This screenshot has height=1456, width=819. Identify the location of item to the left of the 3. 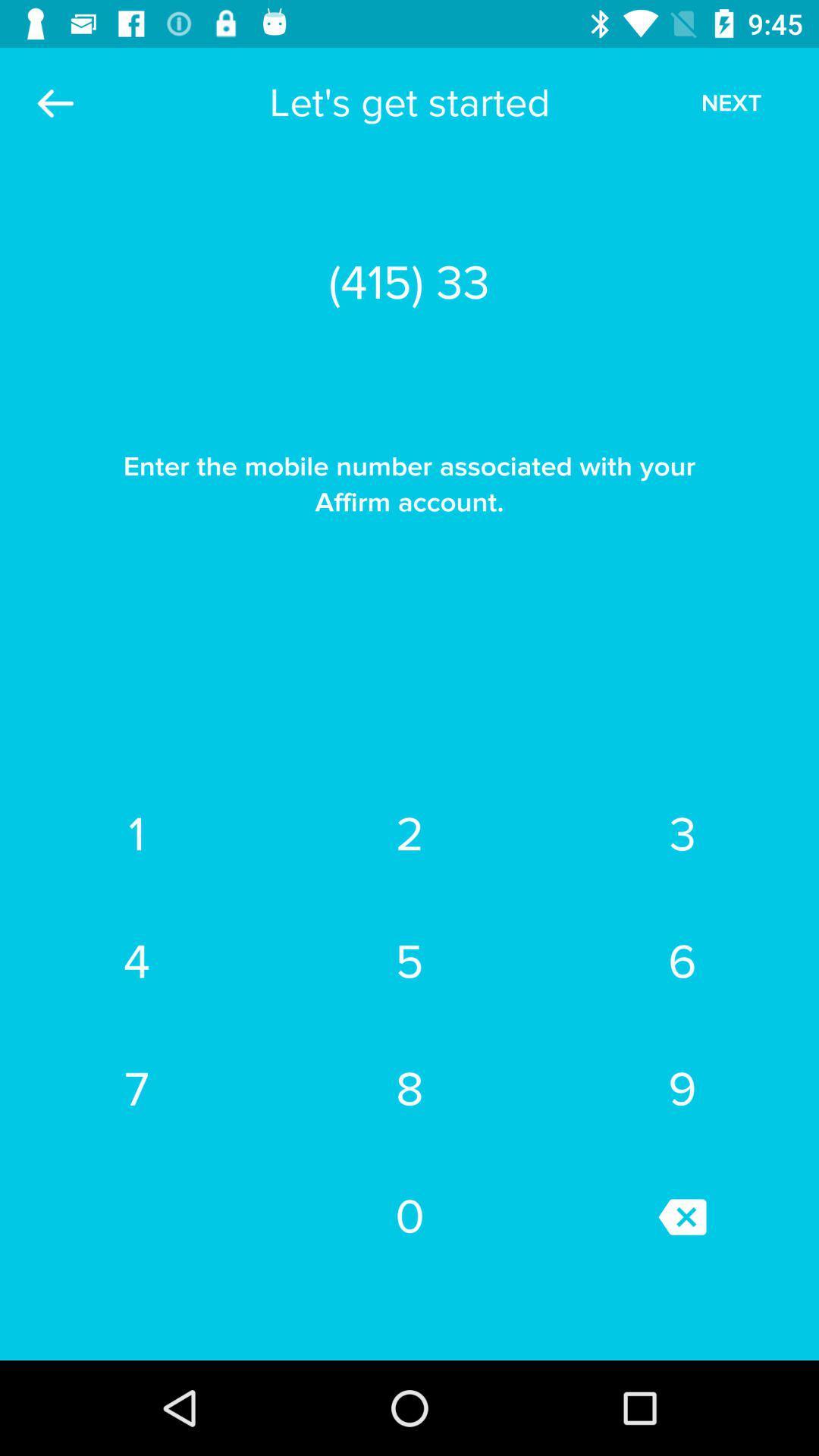
(409, 961).